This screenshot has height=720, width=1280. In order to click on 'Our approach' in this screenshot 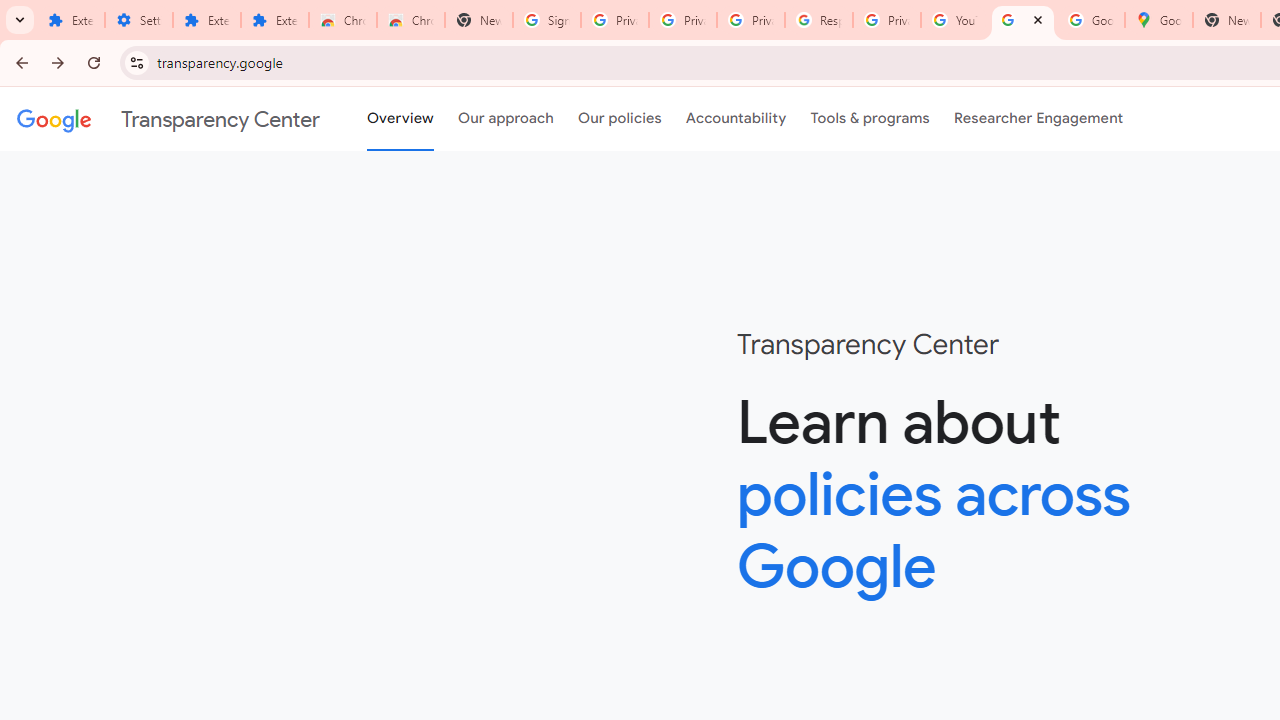, I will do `click(506, 119)`.